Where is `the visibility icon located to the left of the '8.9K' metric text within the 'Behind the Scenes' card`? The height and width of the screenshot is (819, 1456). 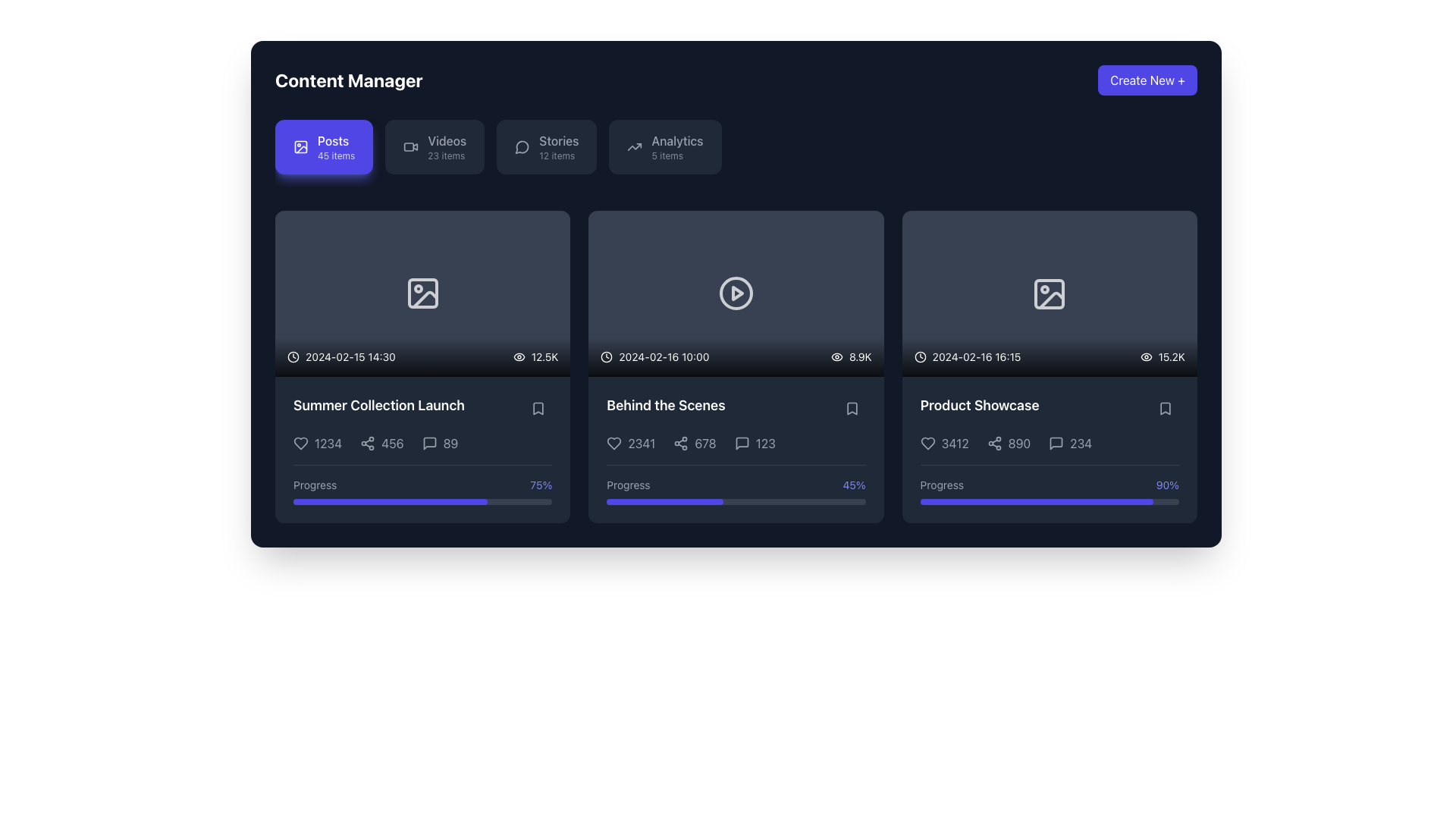
the visibility icon located to the left of the '8.9K' metric text within the 'Behind the Scenes' card is located at coordinates (836, 356).